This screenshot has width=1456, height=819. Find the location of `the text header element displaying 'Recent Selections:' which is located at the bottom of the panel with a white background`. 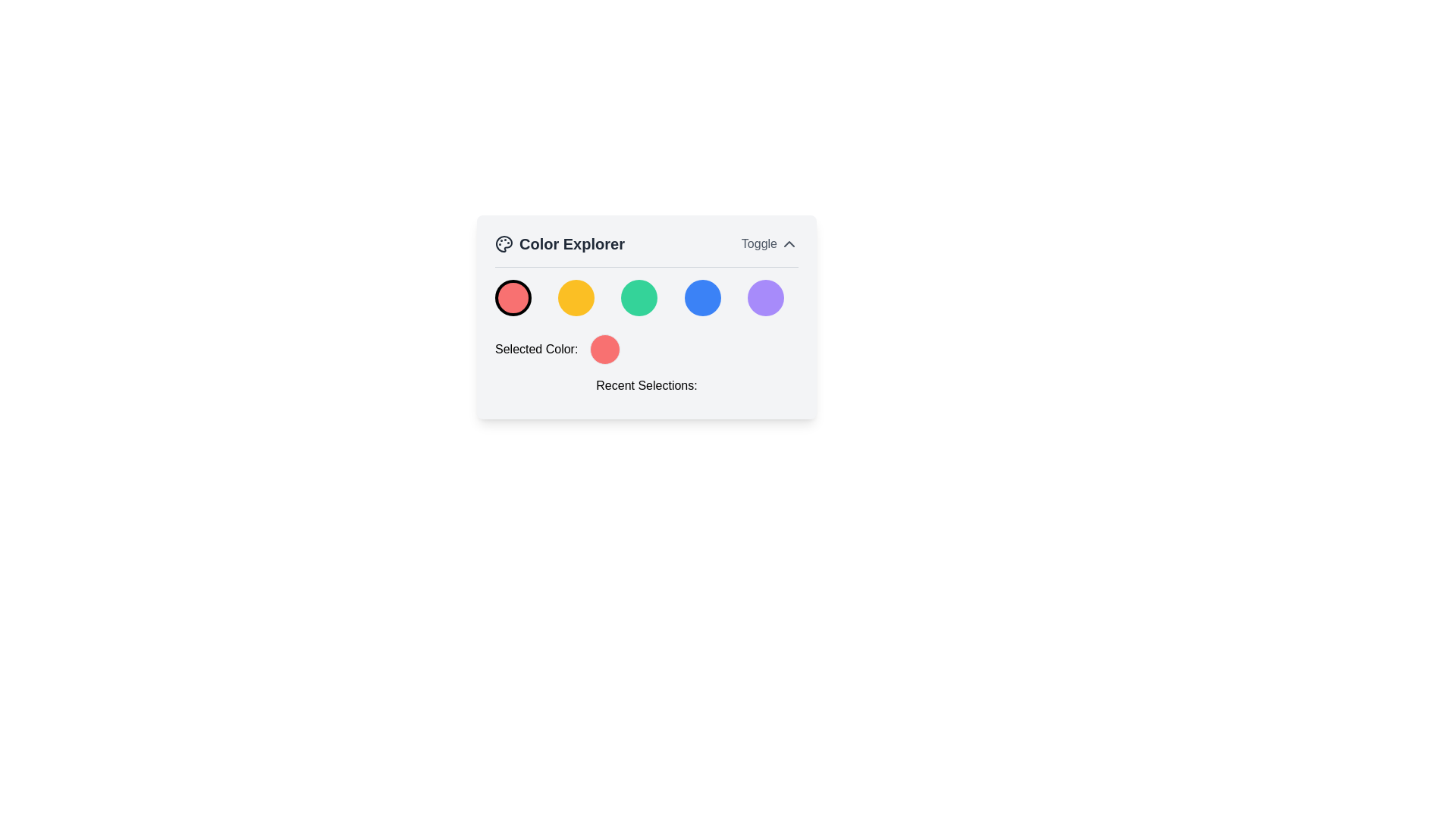

the text header element displaying 'Recent Selections:' which is located at the bottom of the panel with a white background is located at coordinates (647, 382).